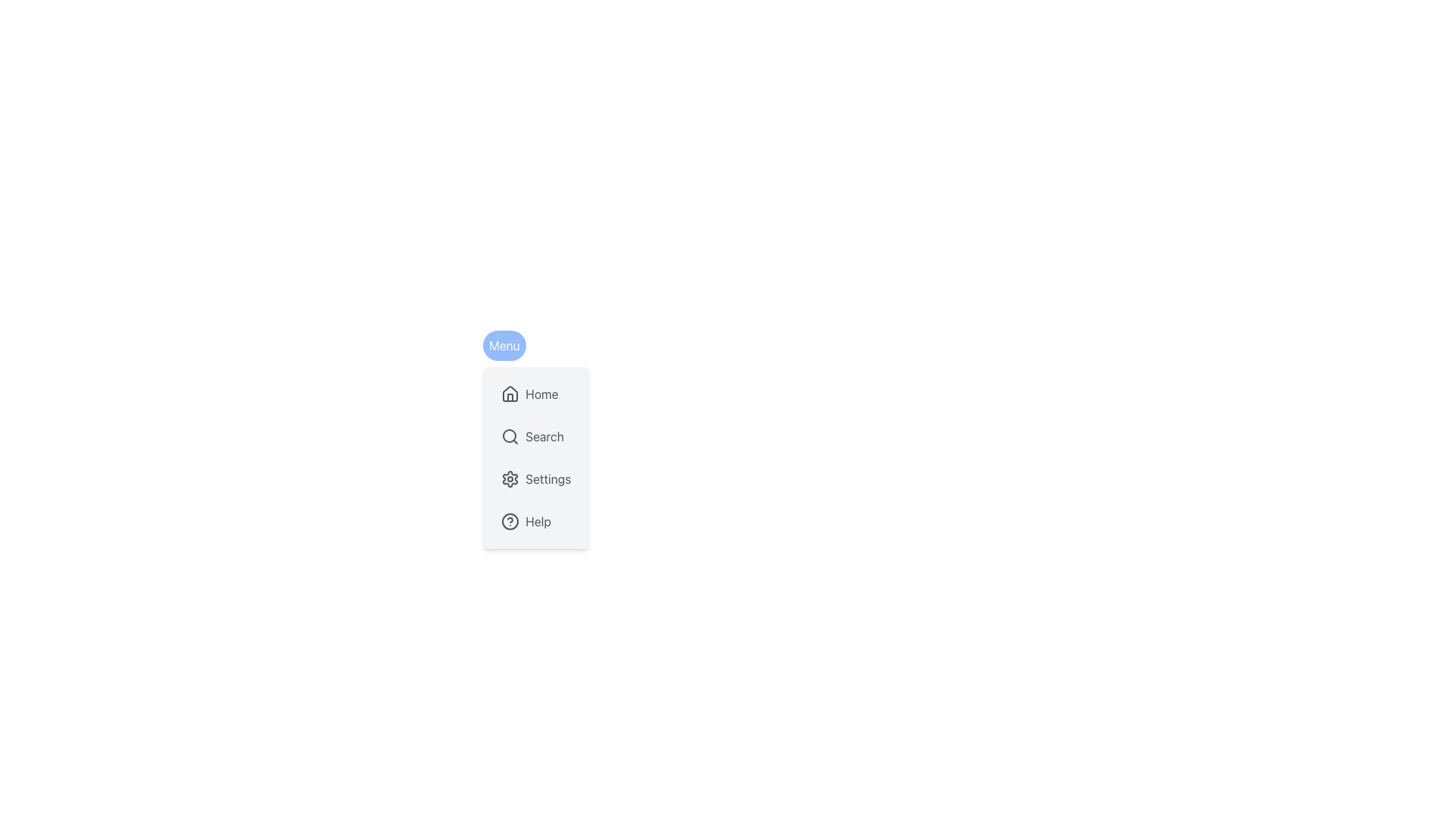 The width and height of the screenshot is (1456, 819). Describe the element at coordinates (510, 435) in the screenshot. I see `the Circular graphic SVG element that represents the search feature in the vertical menu list` at that location.